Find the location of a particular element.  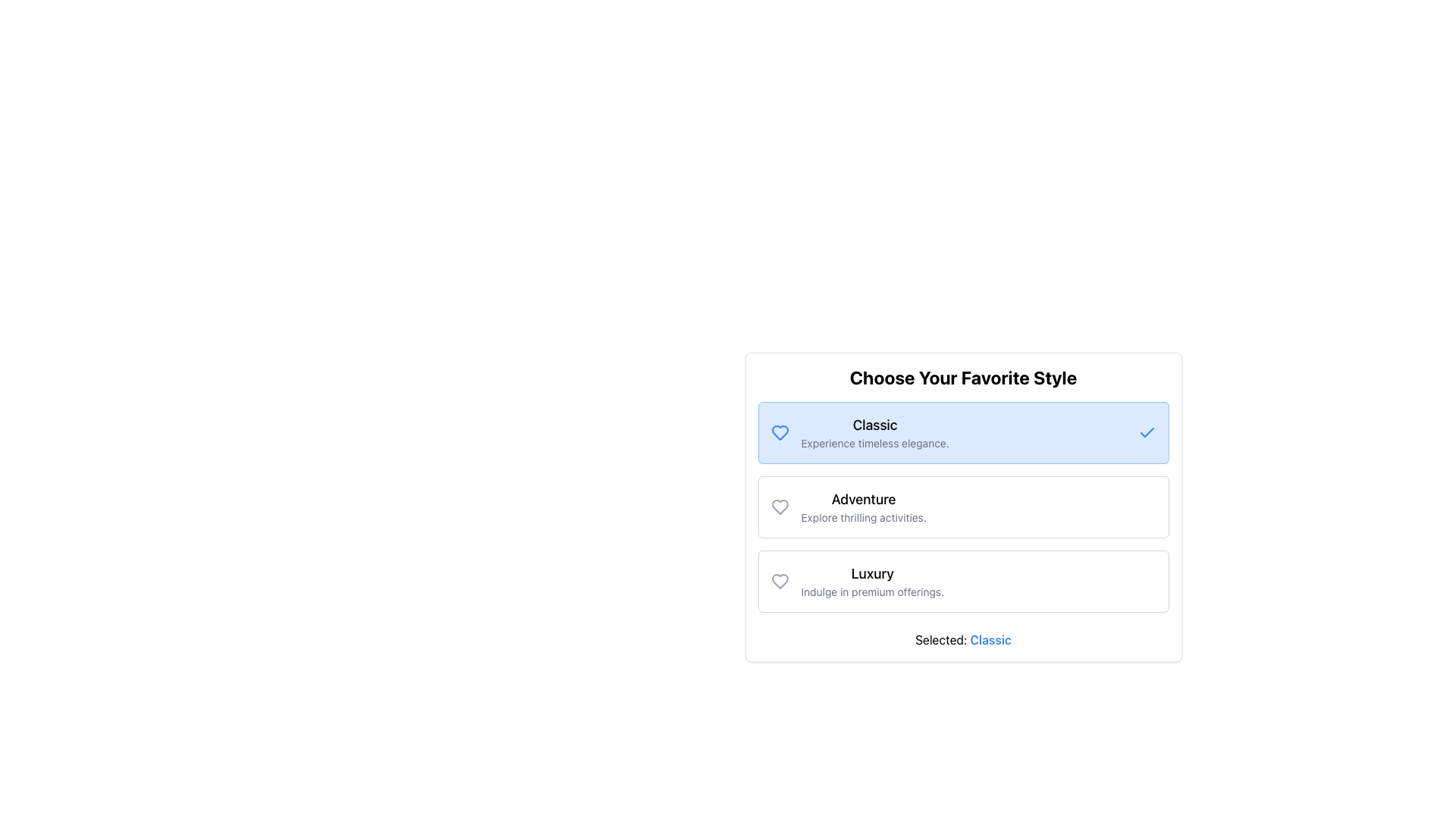

the static text label indicating the currently selected option, which displays 'Selected: Classic' at the bottom of the selection interface is located at coordinates (990, 640).